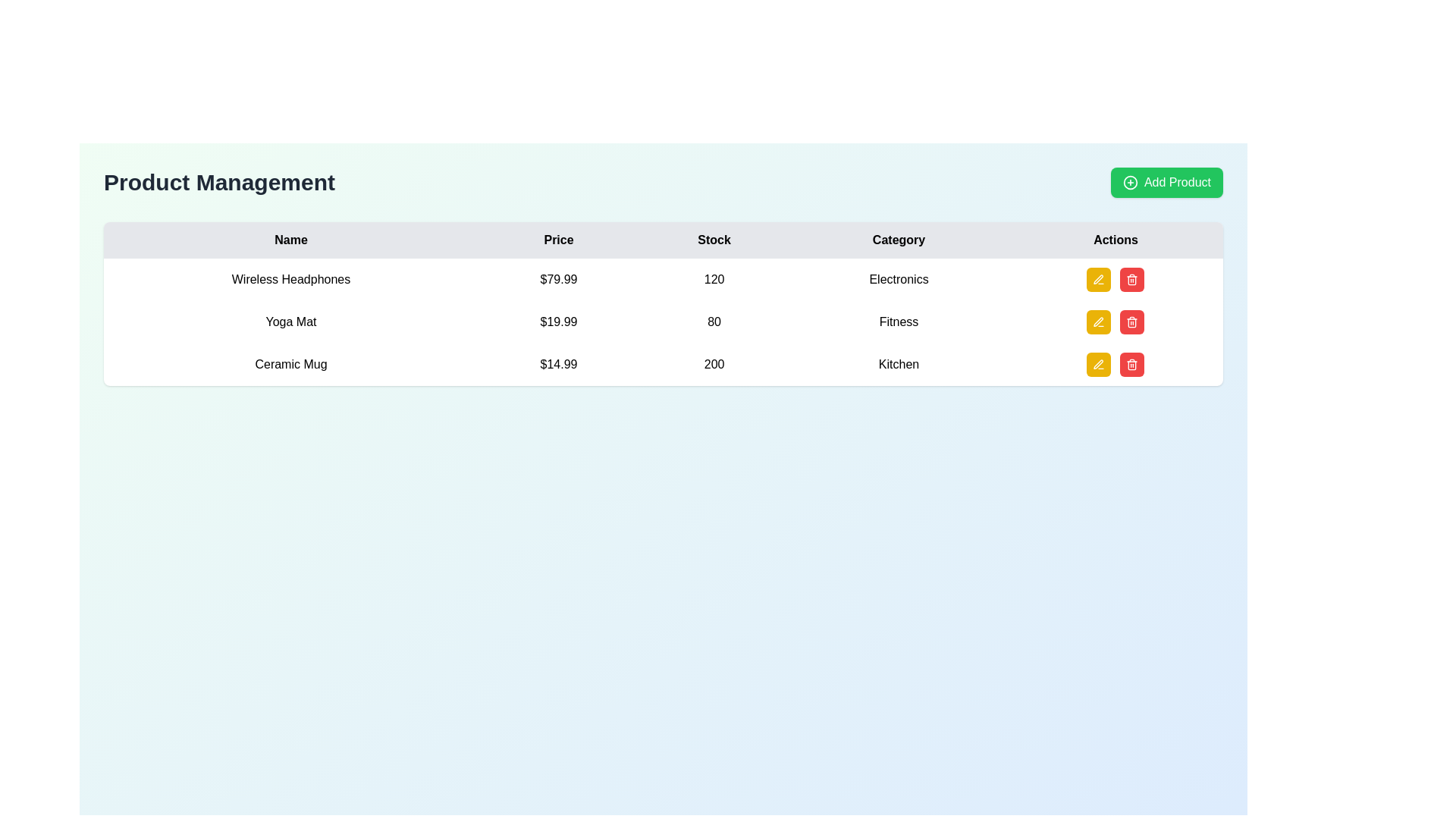 This screenshot has width=1456, height=819. Describe the element at coordinates (1132, 280) in the screenshot. I see `the trash can icon located in the last column of the table, aligned with the third row (Ceramic Mug), to initiate a delete action` at that location.